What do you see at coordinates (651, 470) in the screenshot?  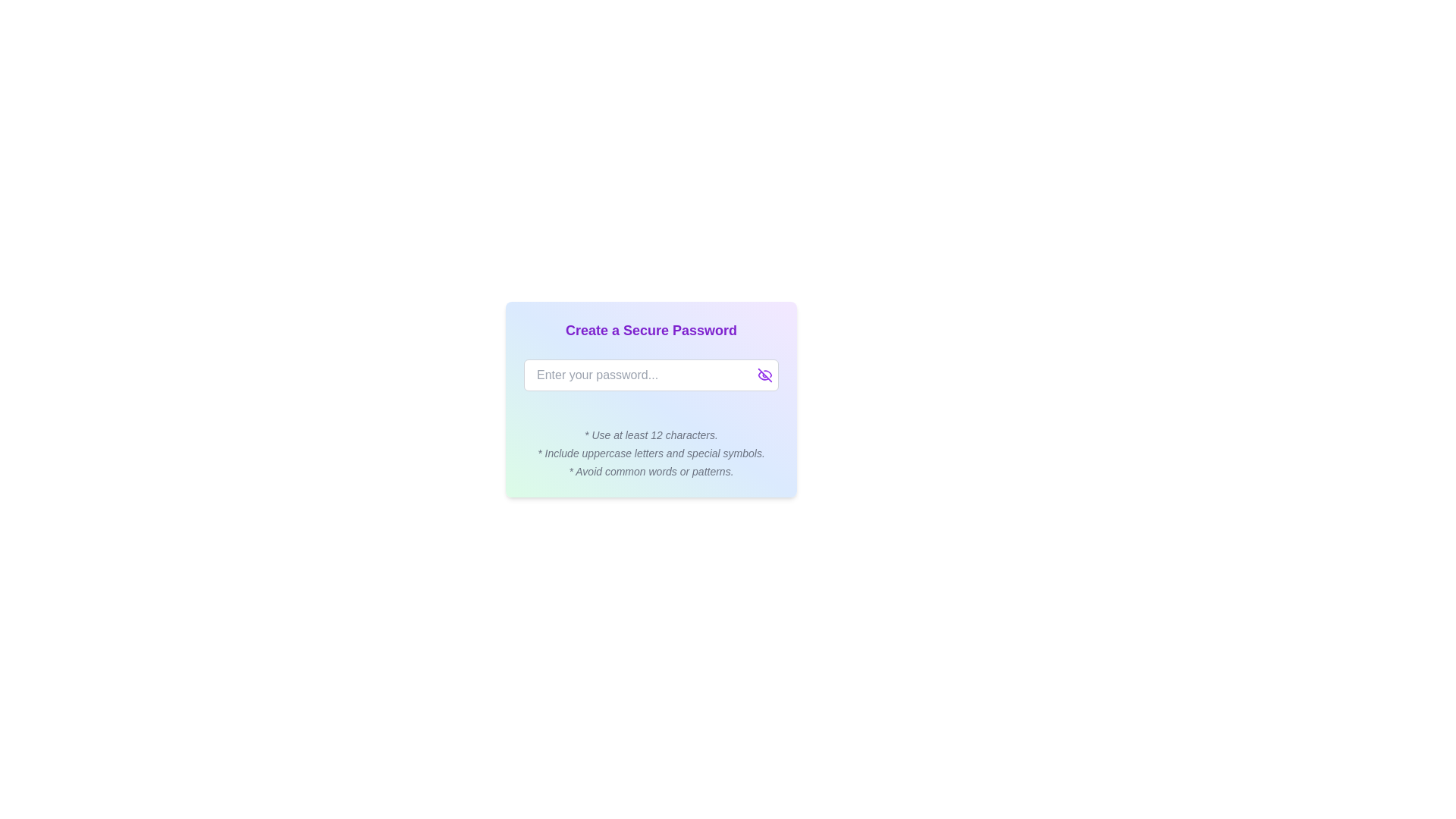 I see `instructional text displayed as the third item in the vertically-stacked set of messages below the password input field, which advises against using commonly used words or predictable patterns for creating a secure password` at bounding box center [651, 470].